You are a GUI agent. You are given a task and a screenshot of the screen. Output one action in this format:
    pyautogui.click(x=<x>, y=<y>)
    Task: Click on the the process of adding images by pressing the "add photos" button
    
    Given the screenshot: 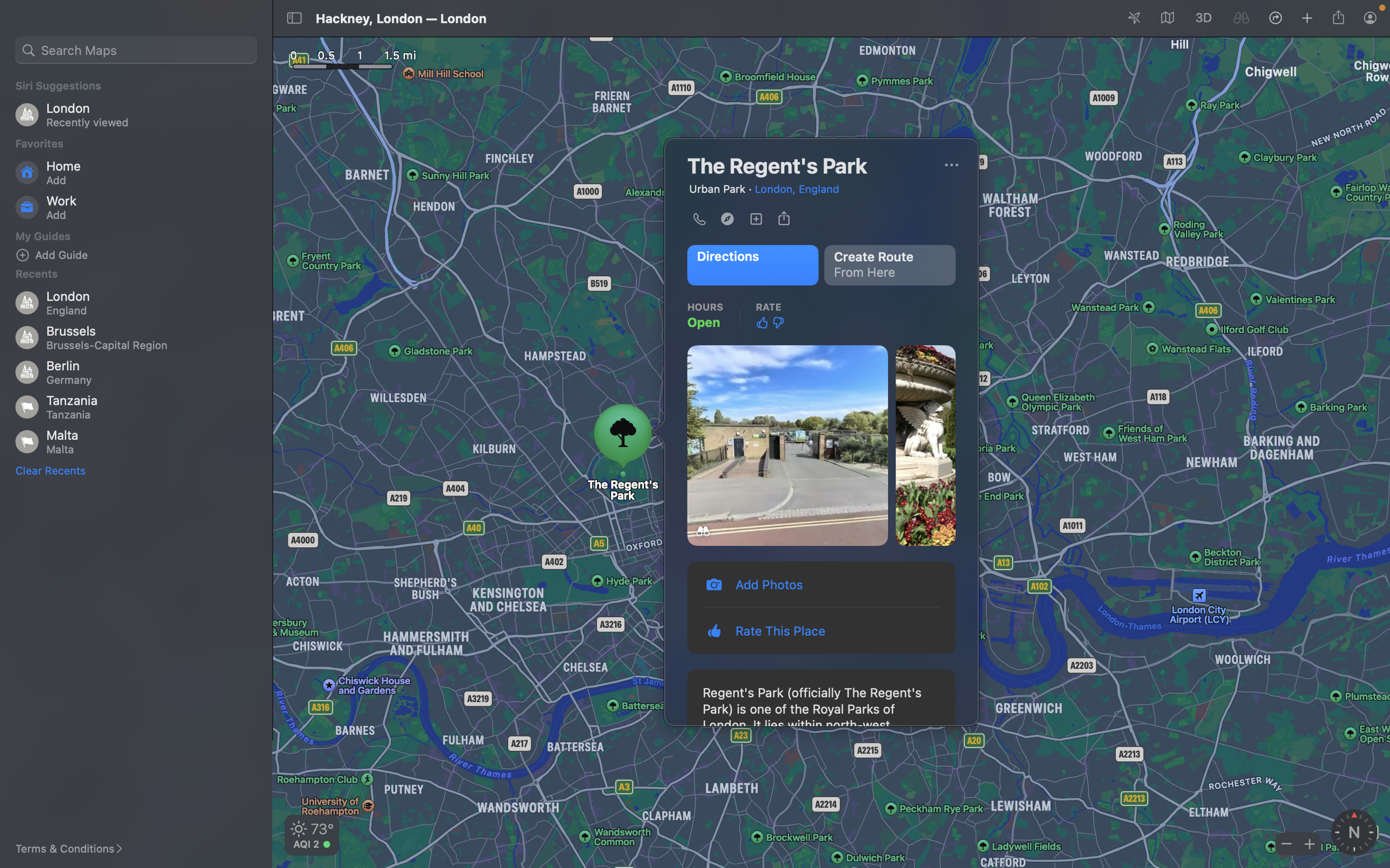 What is the action you would take?
    pyautogui.click(x=822, y=583)
    